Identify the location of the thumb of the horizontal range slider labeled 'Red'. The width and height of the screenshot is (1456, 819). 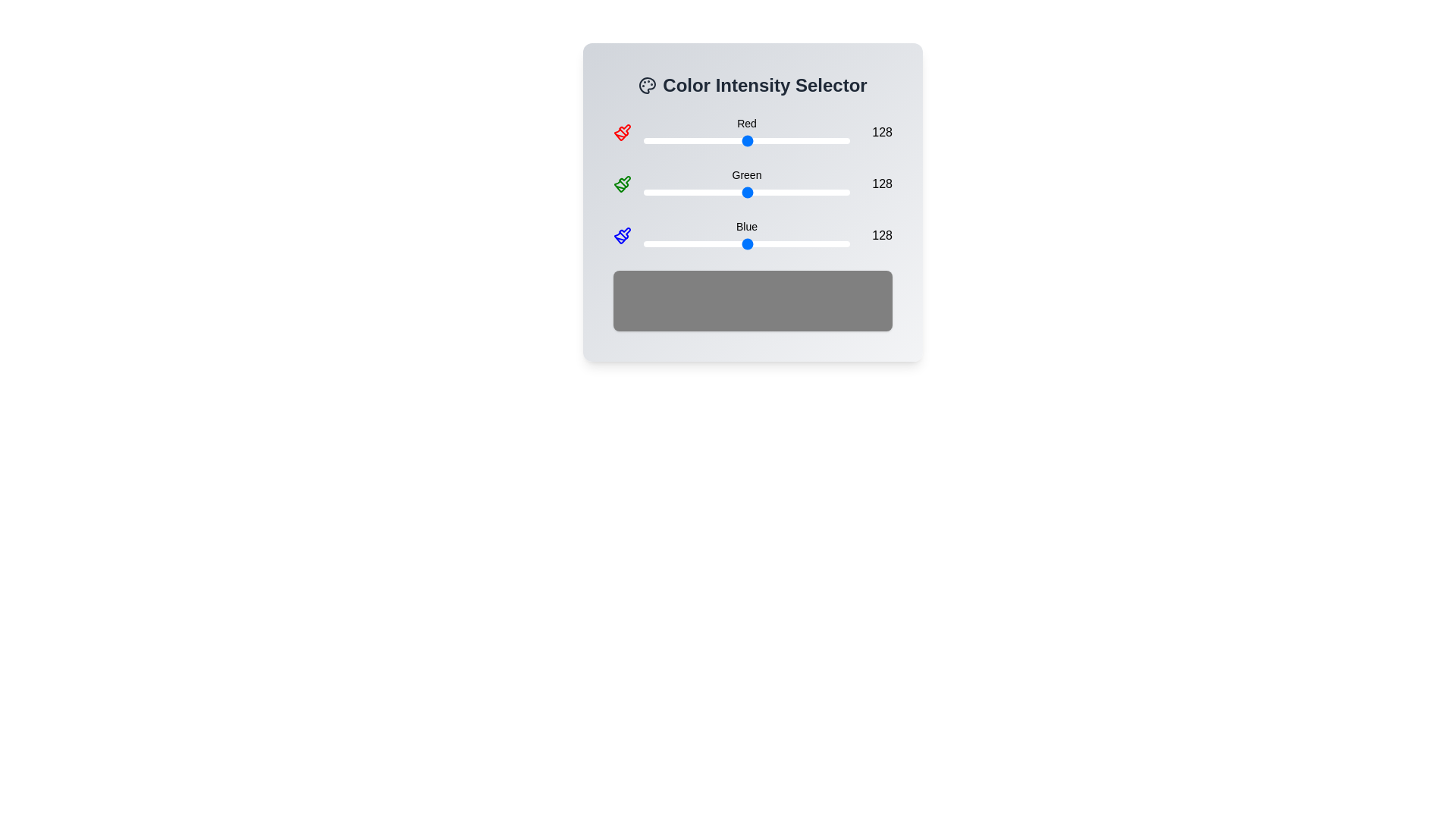
(746, 131).